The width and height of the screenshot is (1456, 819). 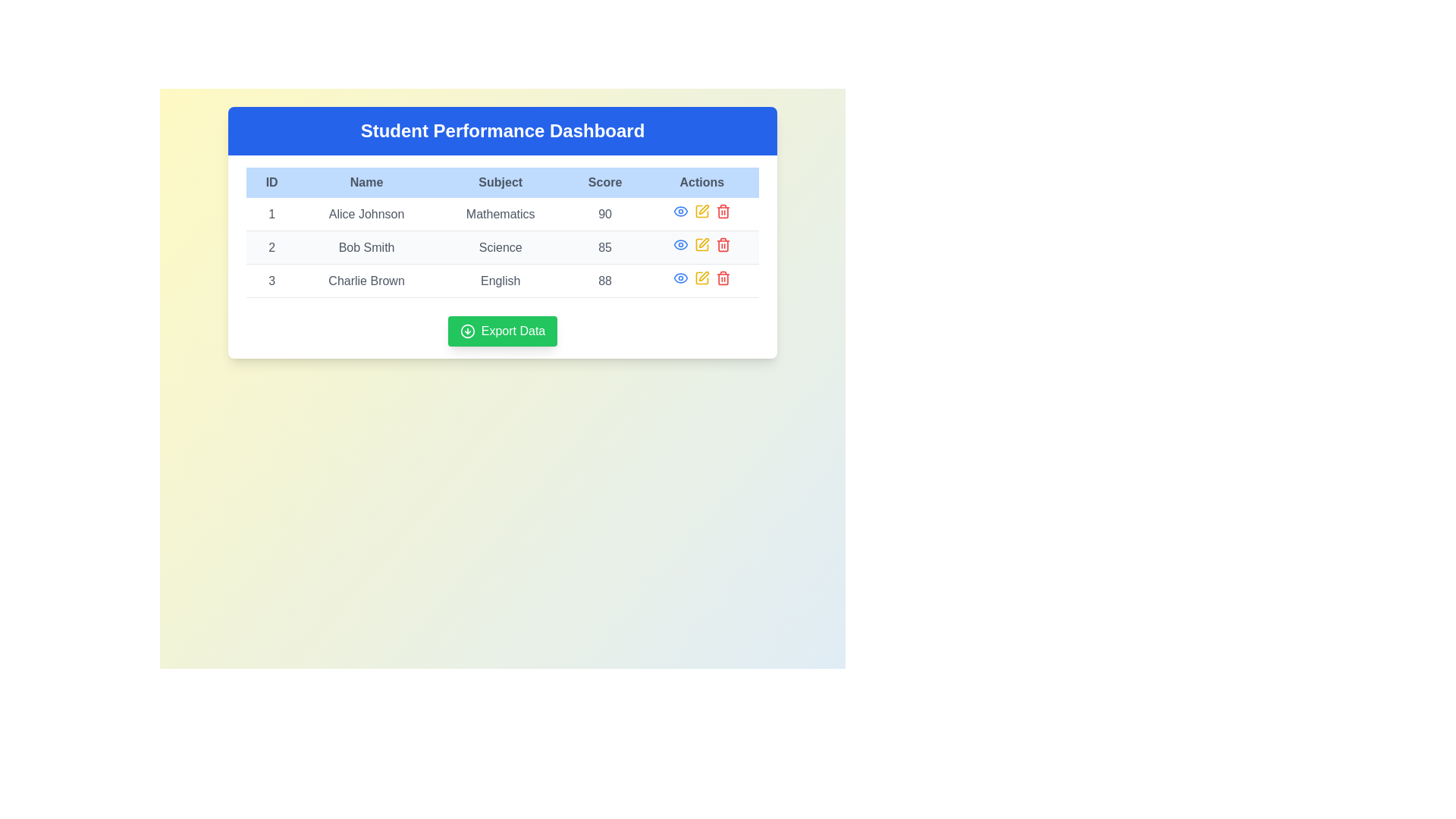 I want to click on the first table row which contains detailed information for a single entry, so click(x=502, y=214).